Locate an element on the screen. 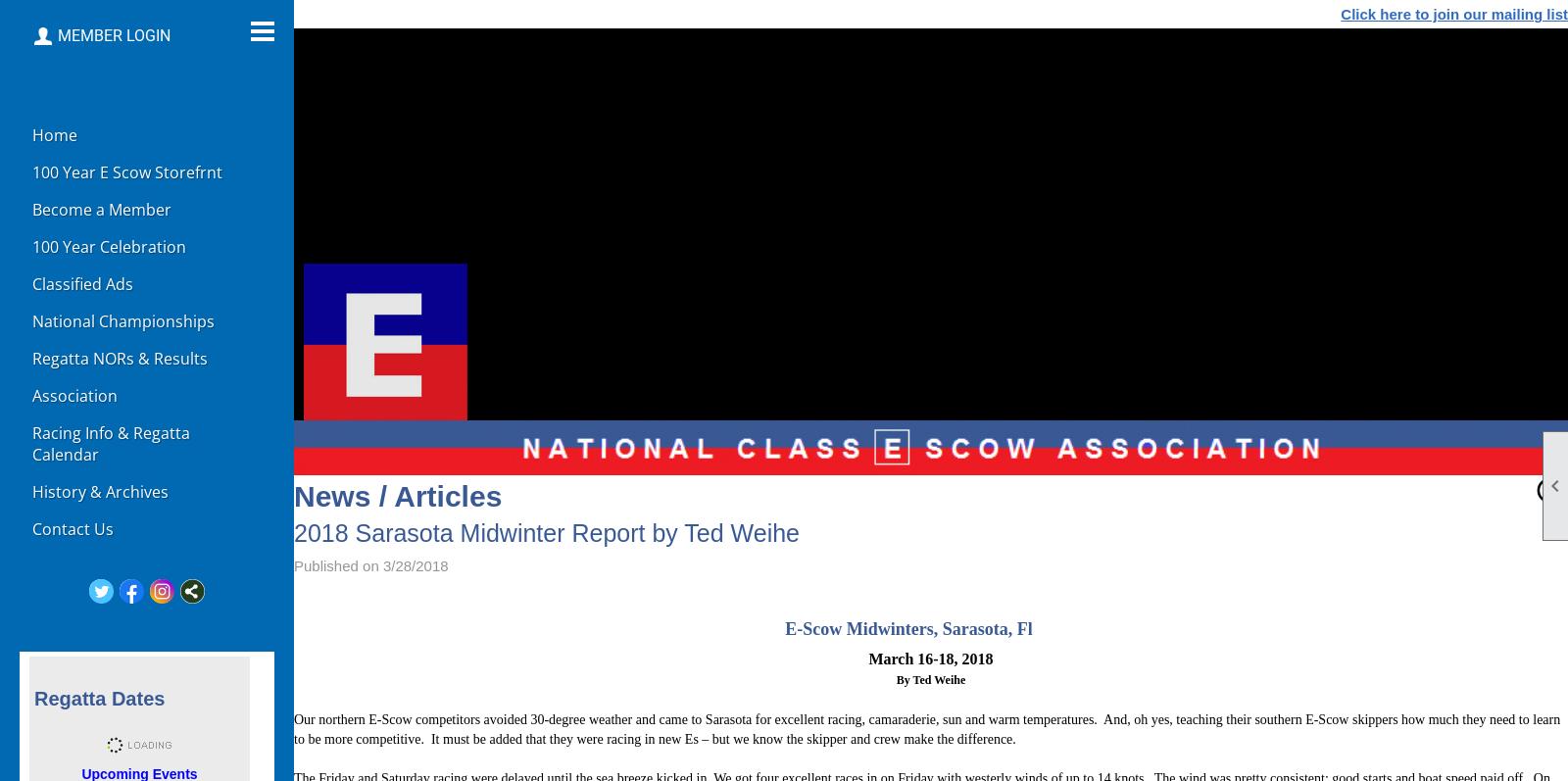 The width and height of the screenshot is (1568, 781). 'Regatta Dates' is located at coordinates (98, 698).